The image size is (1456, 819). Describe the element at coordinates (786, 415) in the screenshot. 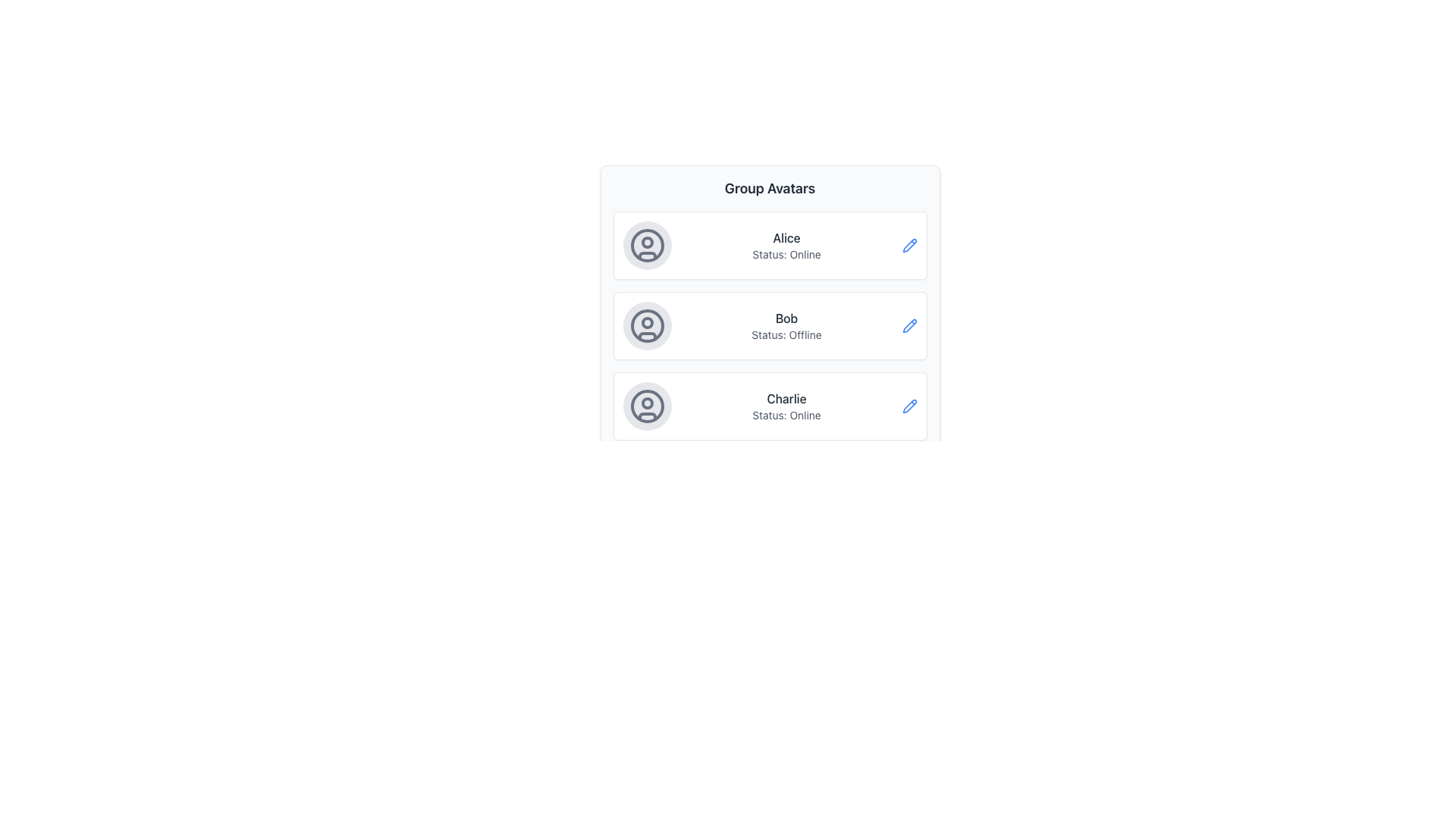

I see `the text label displaying 'Status: Online', which is styled with a small font size and gray color, located below the name 'Charlie' in the interface` at that location.